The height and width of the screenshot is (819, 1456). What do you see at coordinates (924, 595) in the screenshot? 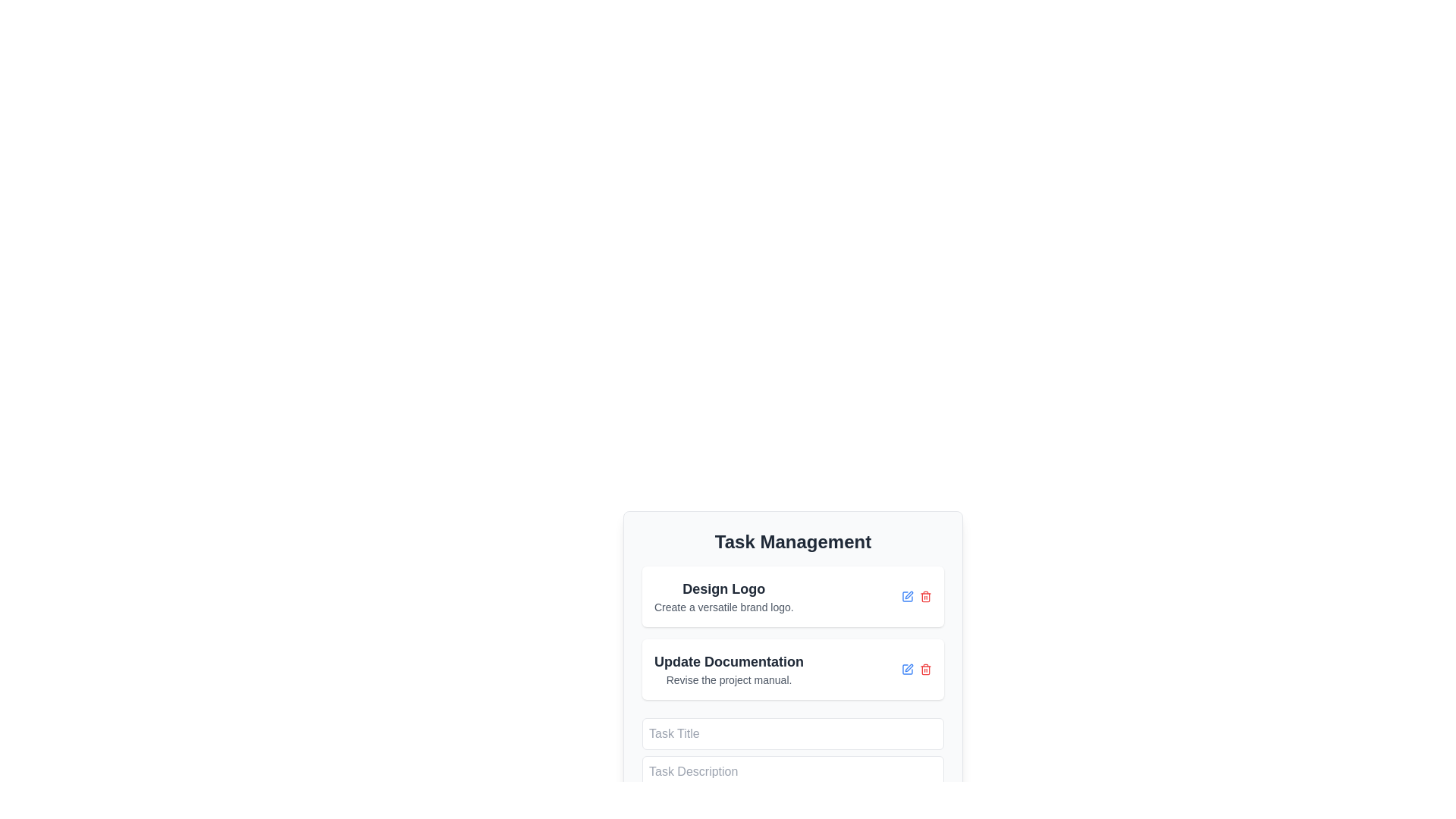
I see `the small red trash bin icon located on the right side of the 'Update Documentation' task entry` at bounding box center [924, 595].